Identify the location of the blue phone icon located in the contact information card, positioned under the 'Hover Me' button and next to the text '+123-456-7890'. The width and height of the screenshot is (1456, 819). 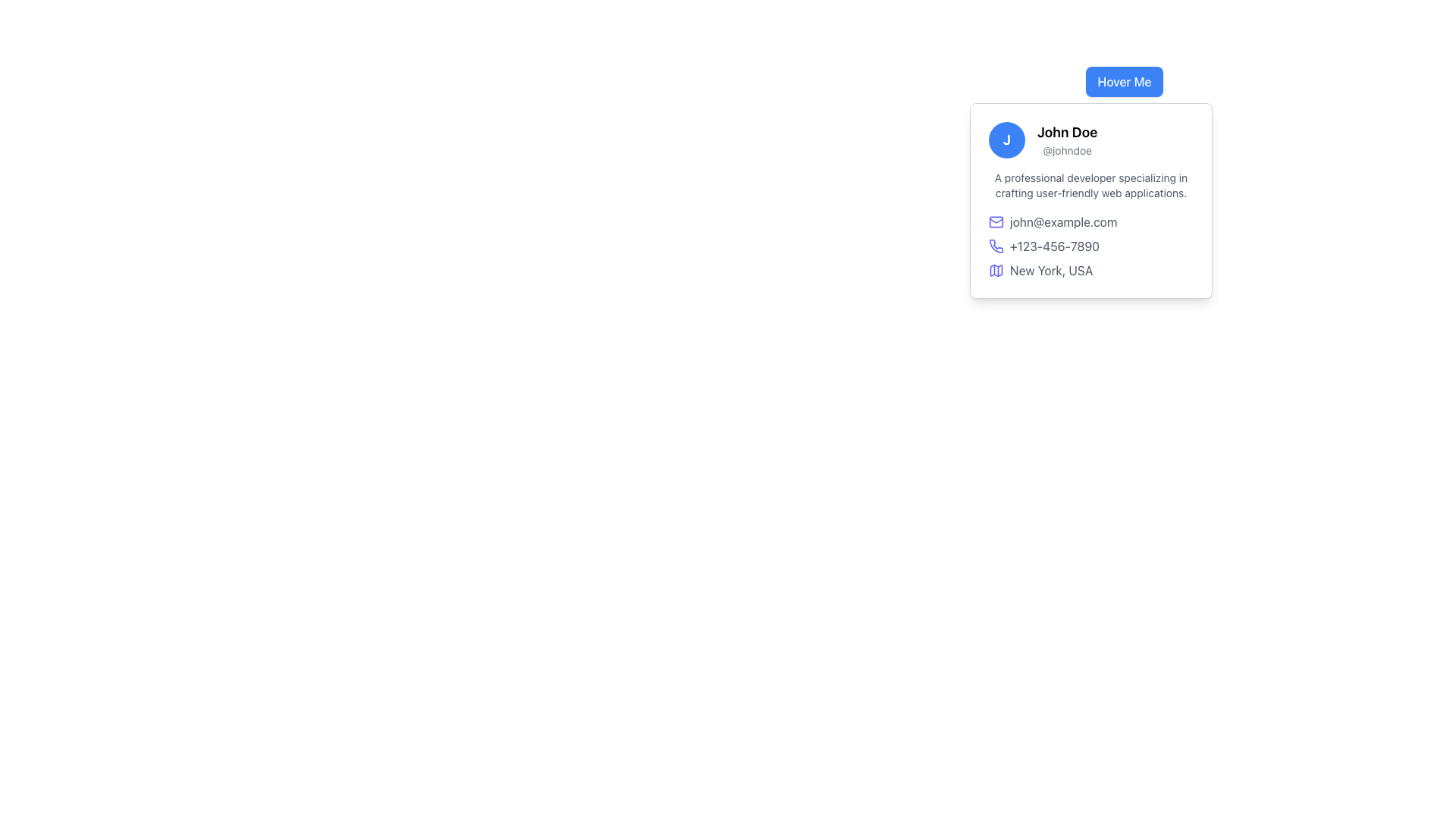
(996, 245).